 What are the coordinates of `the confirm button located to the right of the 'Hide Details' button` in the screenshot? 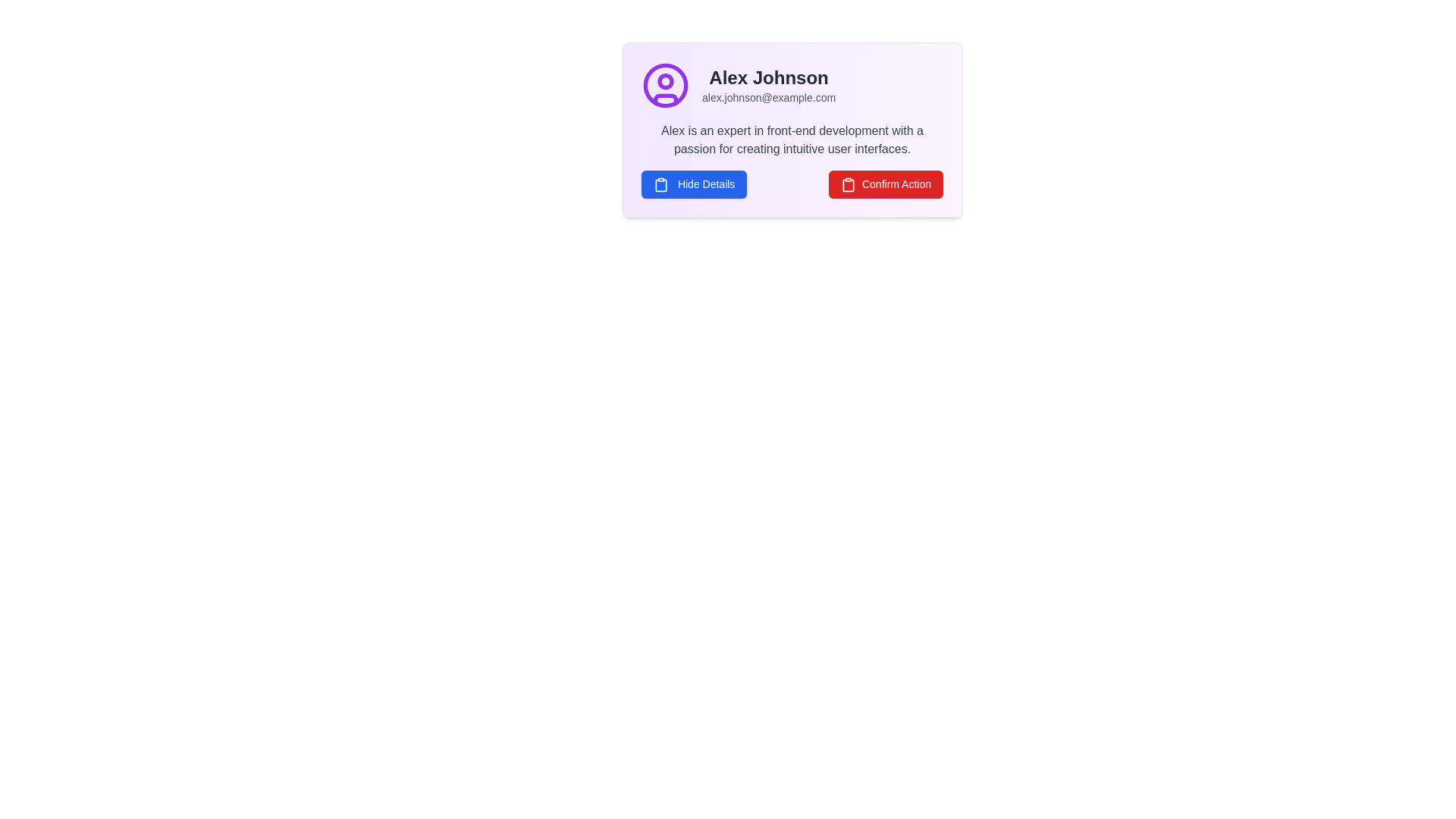 It's located at (885, 184).